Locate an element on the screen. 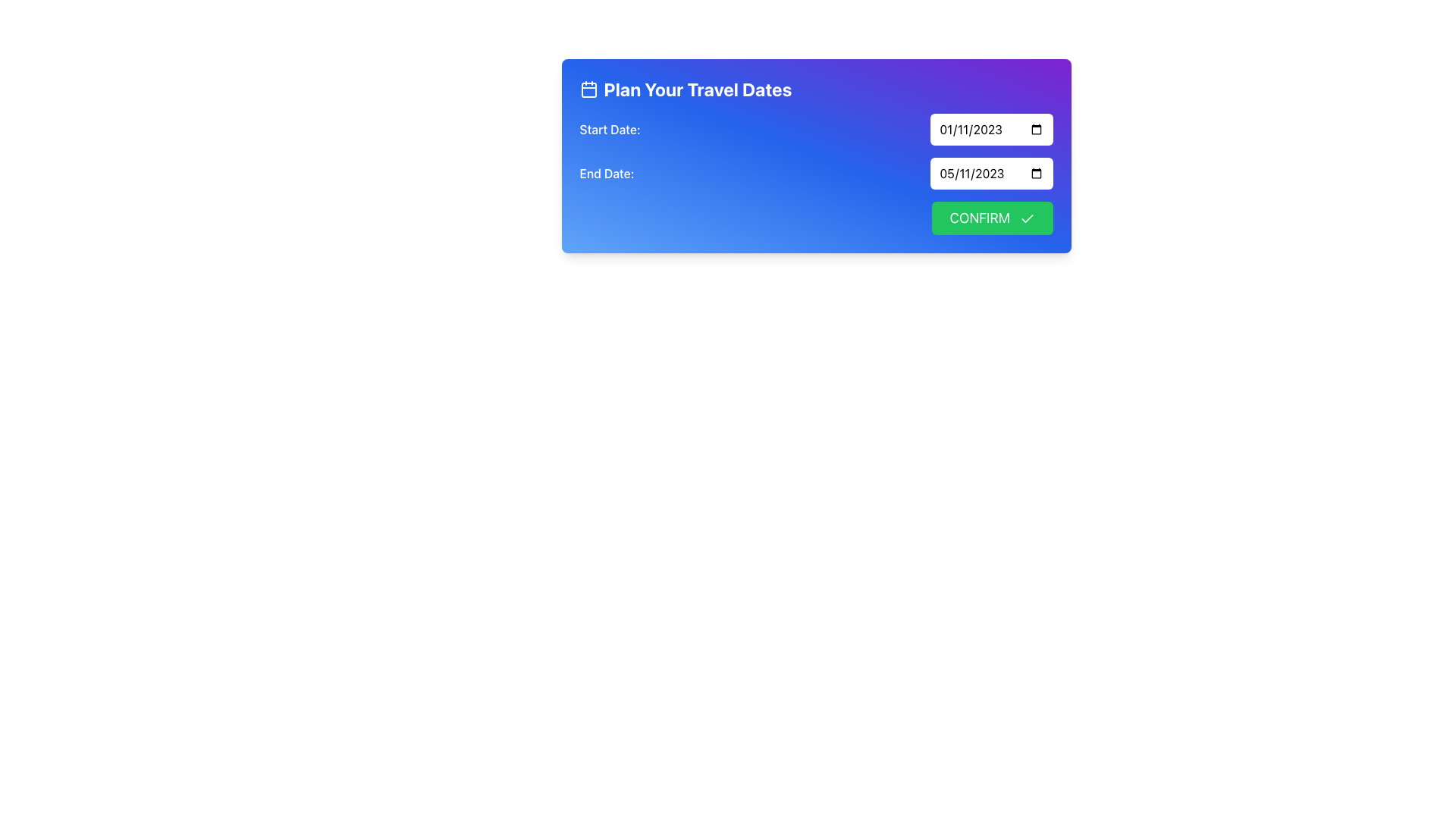  the white checkmark icon on the green background located within the 'Confirm' button at the lower-right corner of the 'Plan Your Travel Dates' form is located at coordinates (1027, 219).